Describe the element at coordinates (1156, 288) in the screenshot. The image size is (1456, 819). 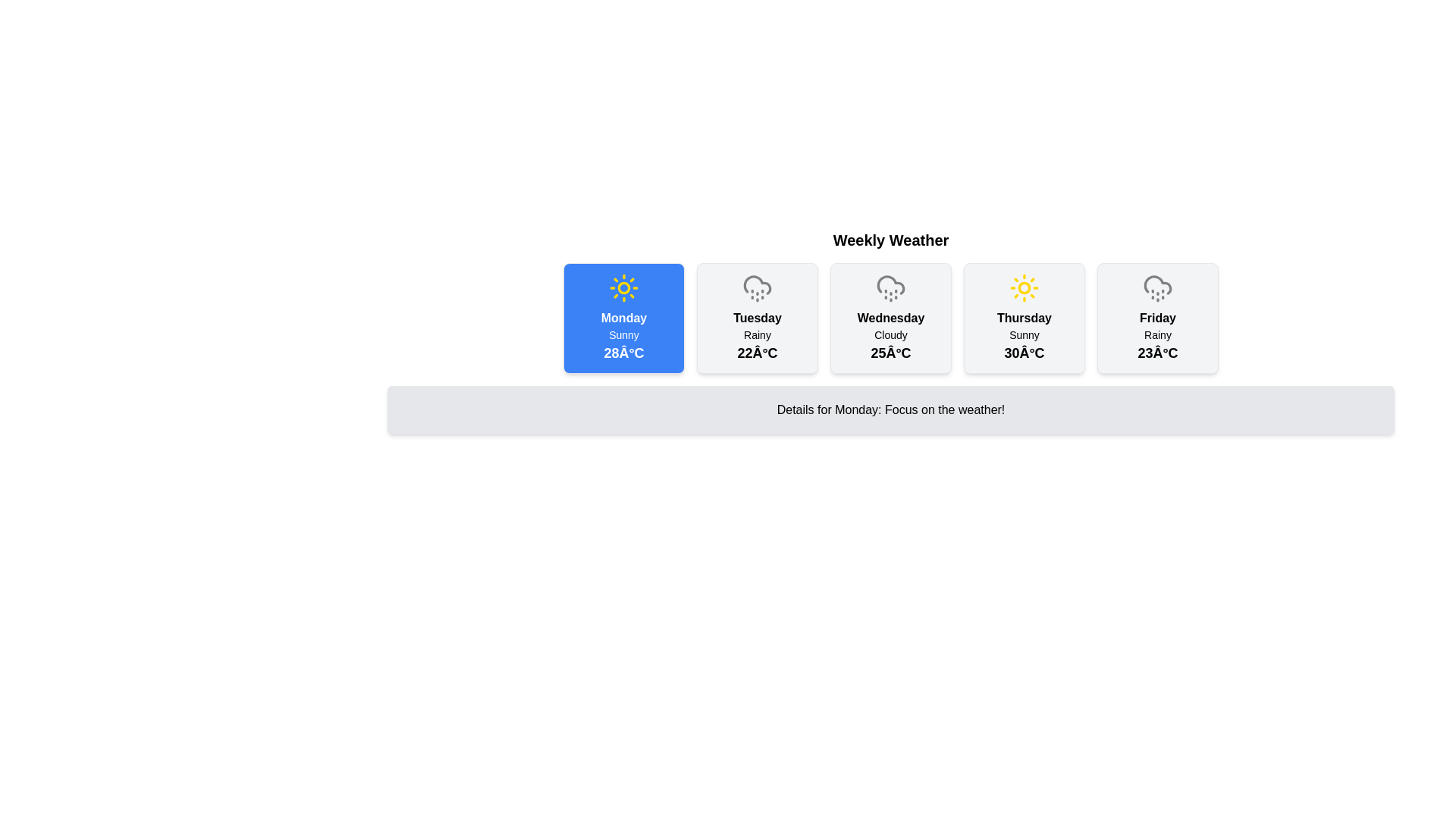
I see `the cloud icon with gray strokes, positioned in the card labeled 'Friday Rainy 23°C', located at the upper central area of the card` at that location.